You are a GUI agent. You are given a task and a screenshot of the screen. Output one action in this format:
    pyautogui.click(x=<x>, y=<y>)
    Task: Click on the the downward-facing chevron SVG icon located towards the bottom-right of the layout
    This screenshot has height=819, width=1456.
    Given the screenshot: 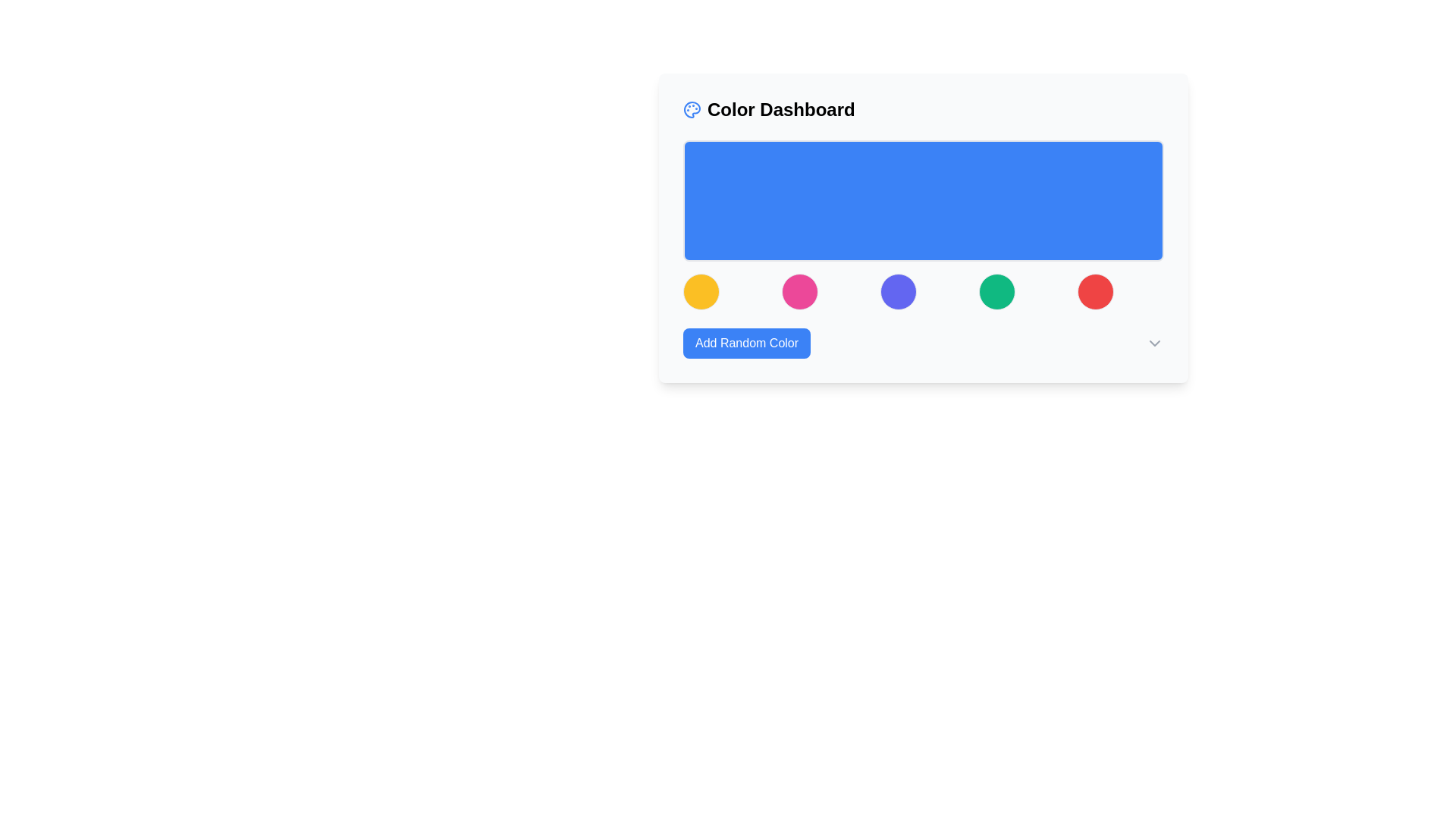 What is the action you would take?
    pyautogui.click(x=1153, y=343)
    